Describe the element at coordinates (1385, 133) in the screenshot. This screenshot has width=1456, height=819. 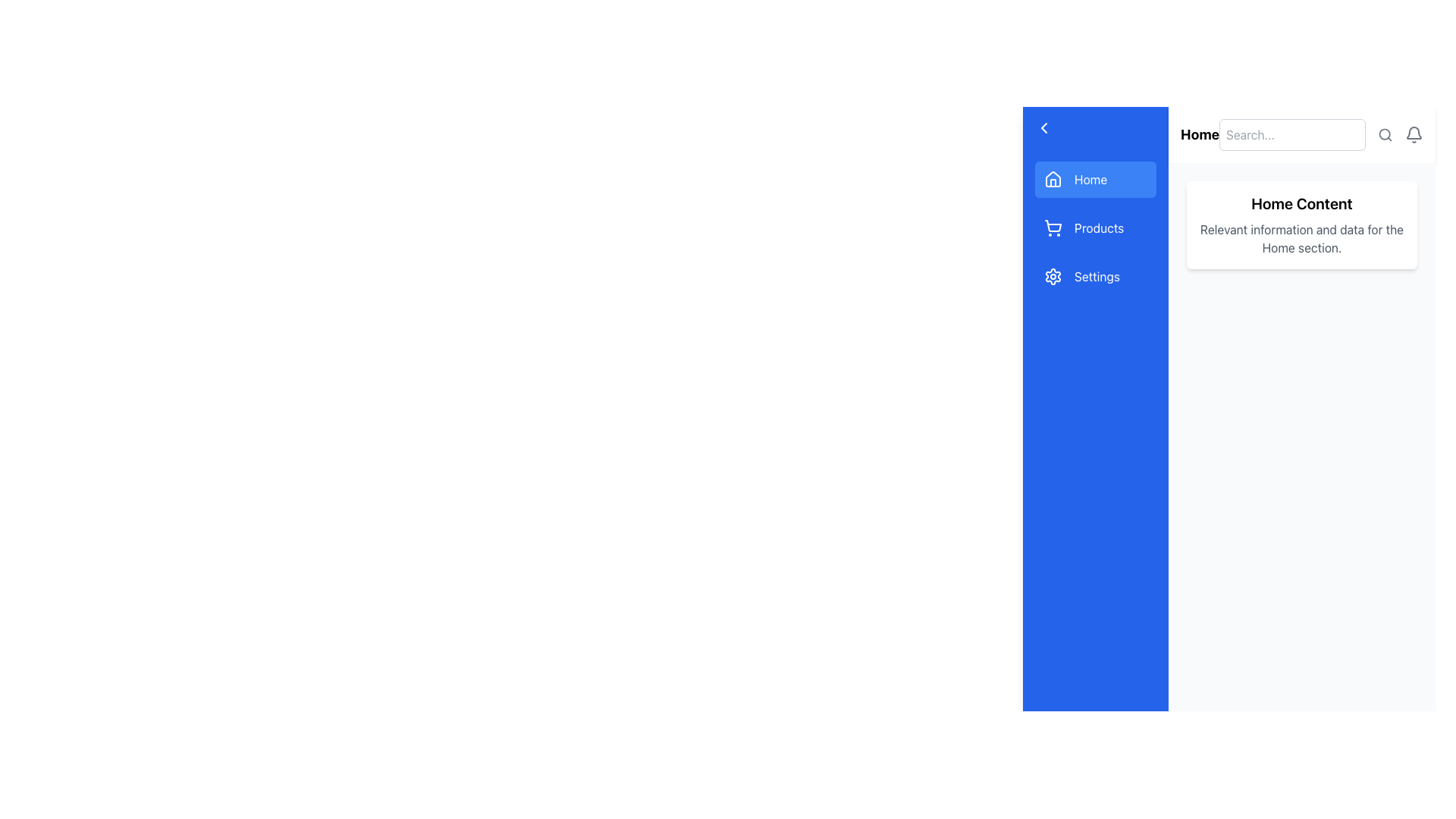
I see `the magnifying glass icon located to the immediate right of the 'Search...' input field to initiate the search` at that location.